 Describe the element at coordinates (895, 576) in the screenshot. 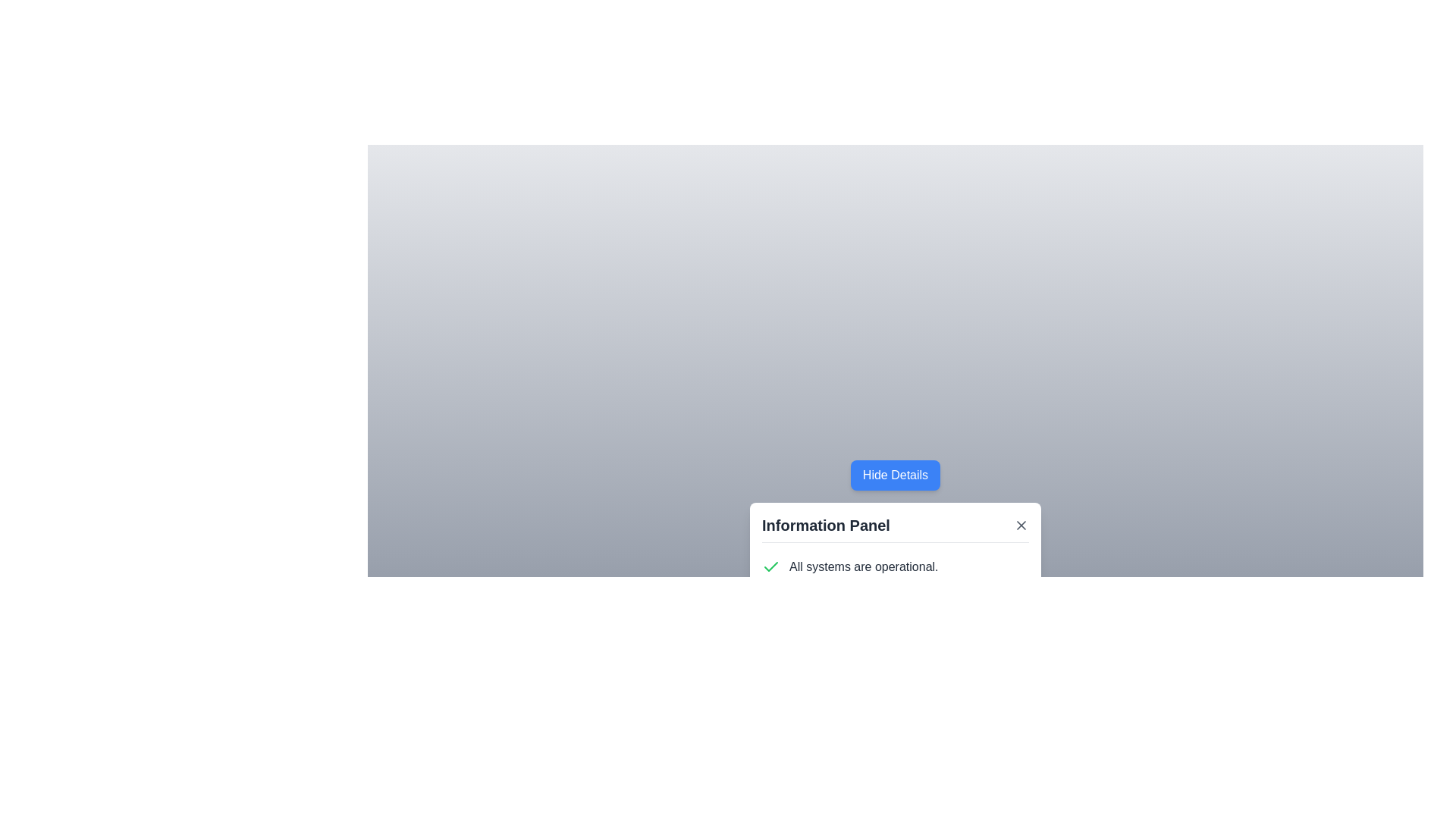

I see `information displayed in the informational panel located below the 'Hide Details' button` at that location.